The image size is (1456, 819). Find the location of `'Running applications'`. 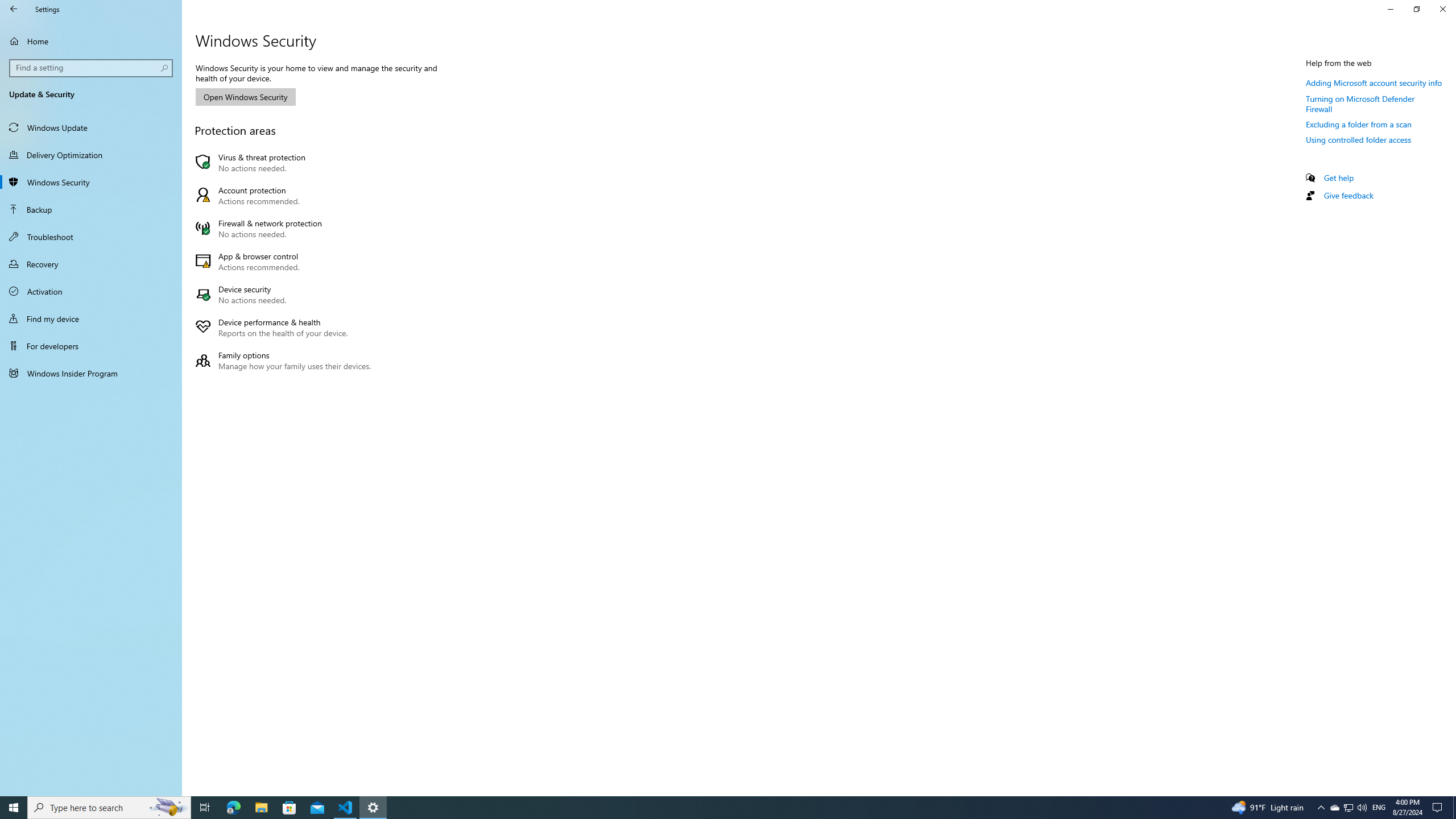

'Running applications' is located at coordinates (706, 806).